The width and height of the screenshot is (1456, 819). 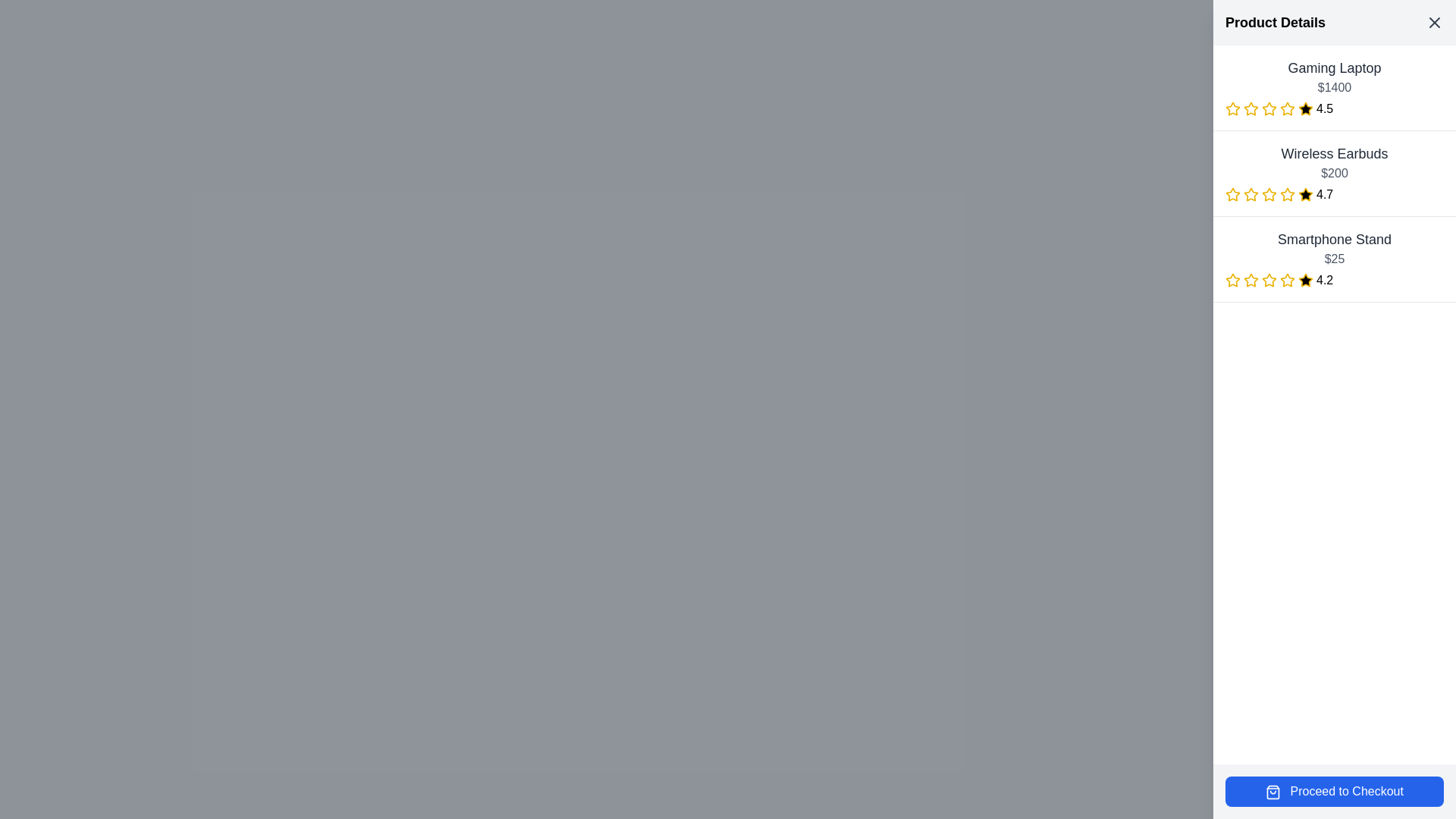 What do you see at coordinates (1251, 281) in the screenshot?
I see `the third star icon in the rating system located in the 'Product Details' section next to the '4.2' rating` at bounding box center [1251, 281].